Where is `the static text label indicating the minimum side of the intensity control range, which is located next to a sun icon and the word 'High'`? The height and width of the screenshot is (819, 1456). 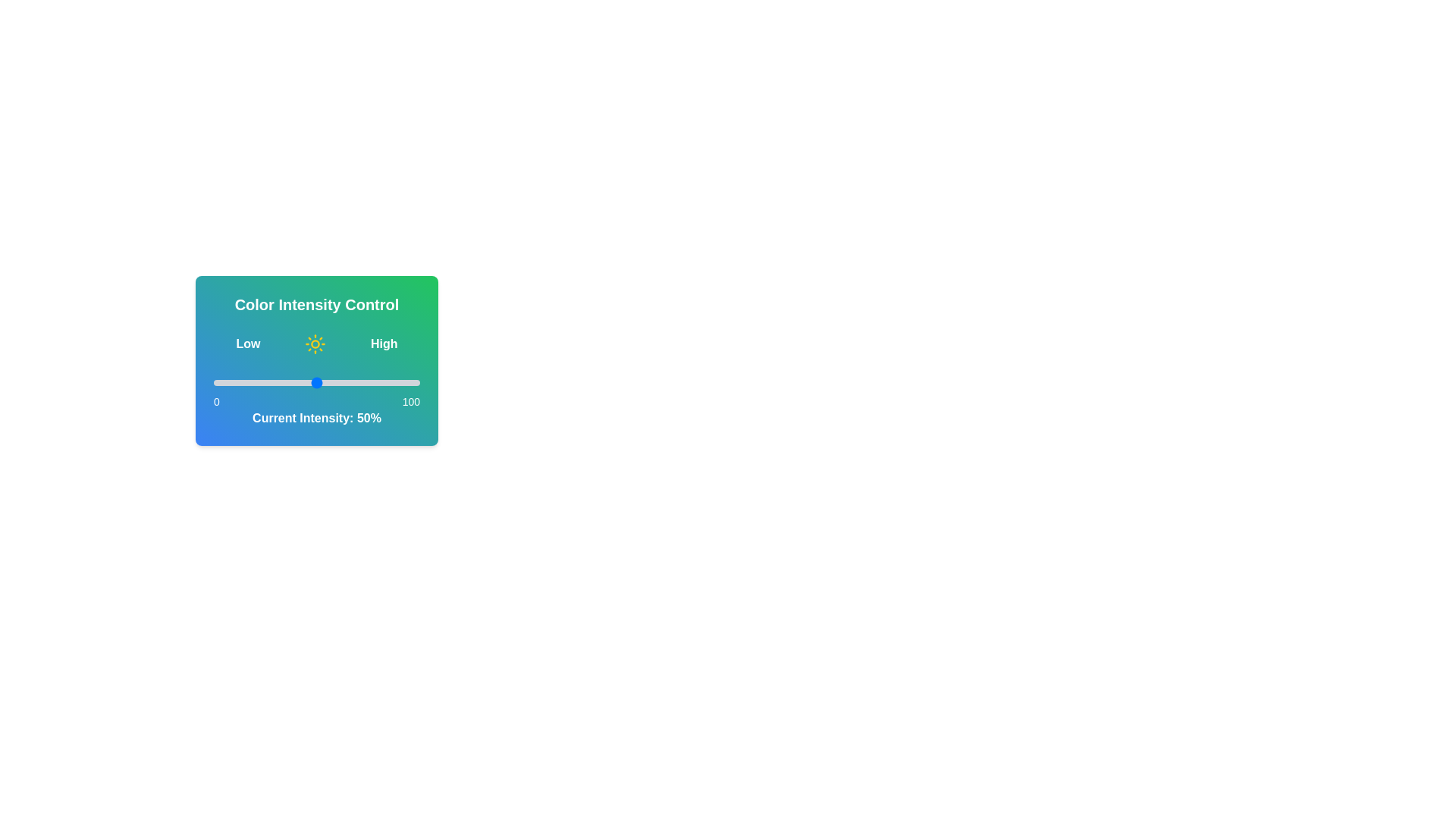 the static text label indicating the minimum side of the intensity control range, which is located next to a sun icon and the word 'High' is located at coordinates (248, 344).